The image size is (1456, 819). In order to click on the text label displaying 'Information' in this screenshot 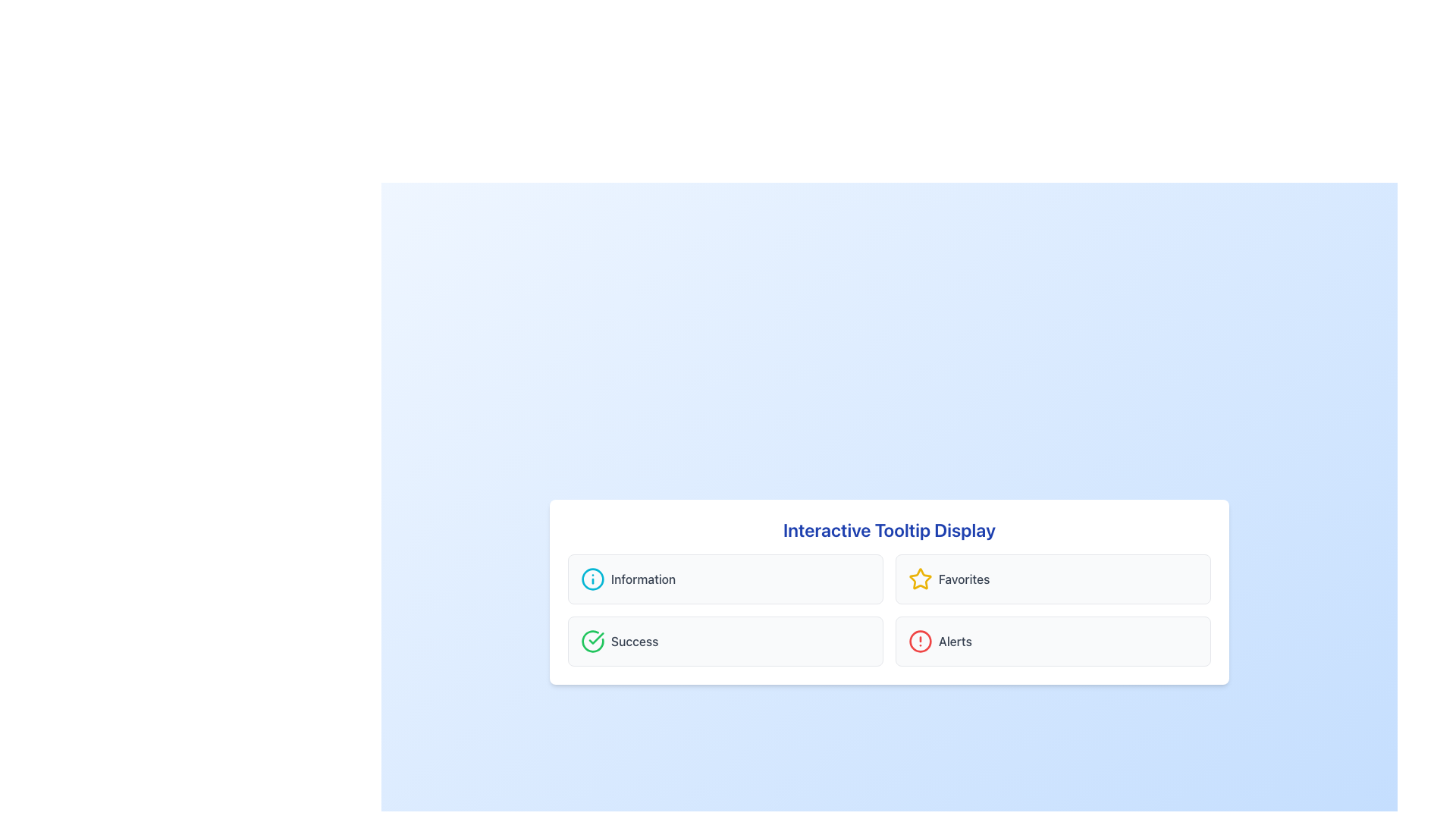, I will do `click(643, 579)`.